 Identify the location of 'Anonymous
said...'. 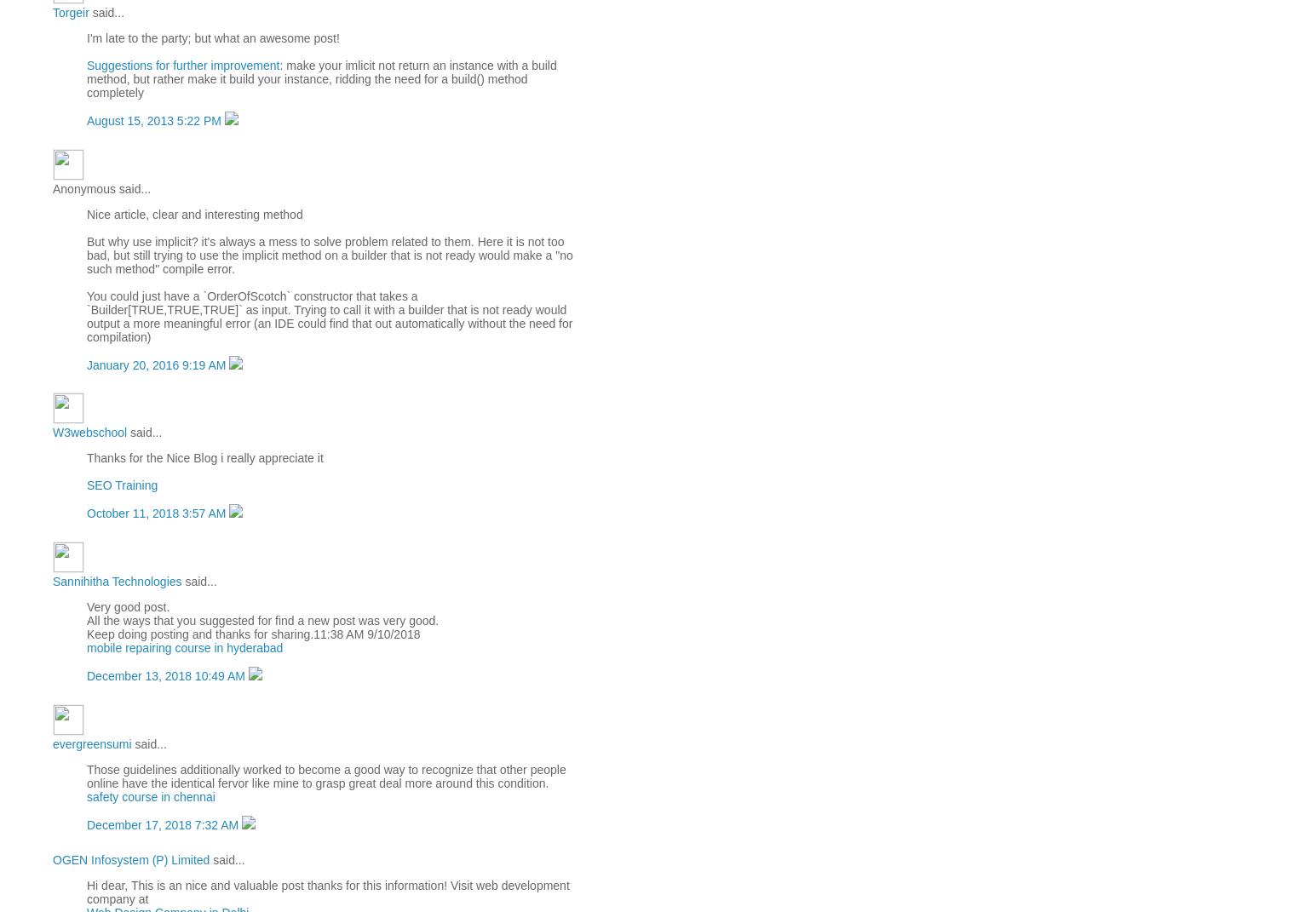
(101, 186).